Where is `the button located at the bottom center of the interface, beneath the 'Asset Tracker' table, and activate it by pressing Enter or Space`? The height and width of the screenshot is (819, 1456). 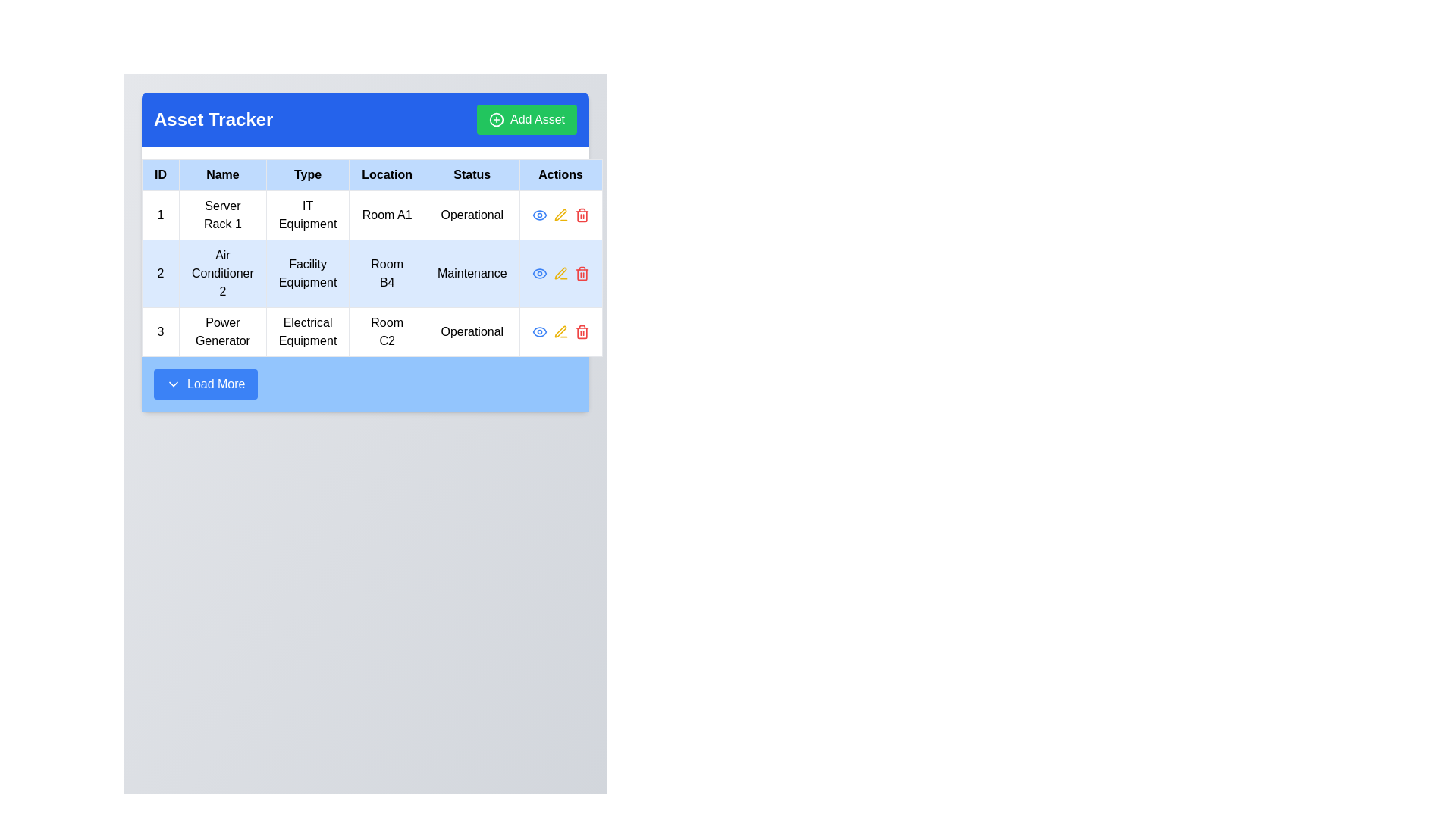 the button located at the bottom center of the interface, beneath the 'Asset Tracker' table, and activate it by pressing Enter or Space is located at coordinates (205, 383).